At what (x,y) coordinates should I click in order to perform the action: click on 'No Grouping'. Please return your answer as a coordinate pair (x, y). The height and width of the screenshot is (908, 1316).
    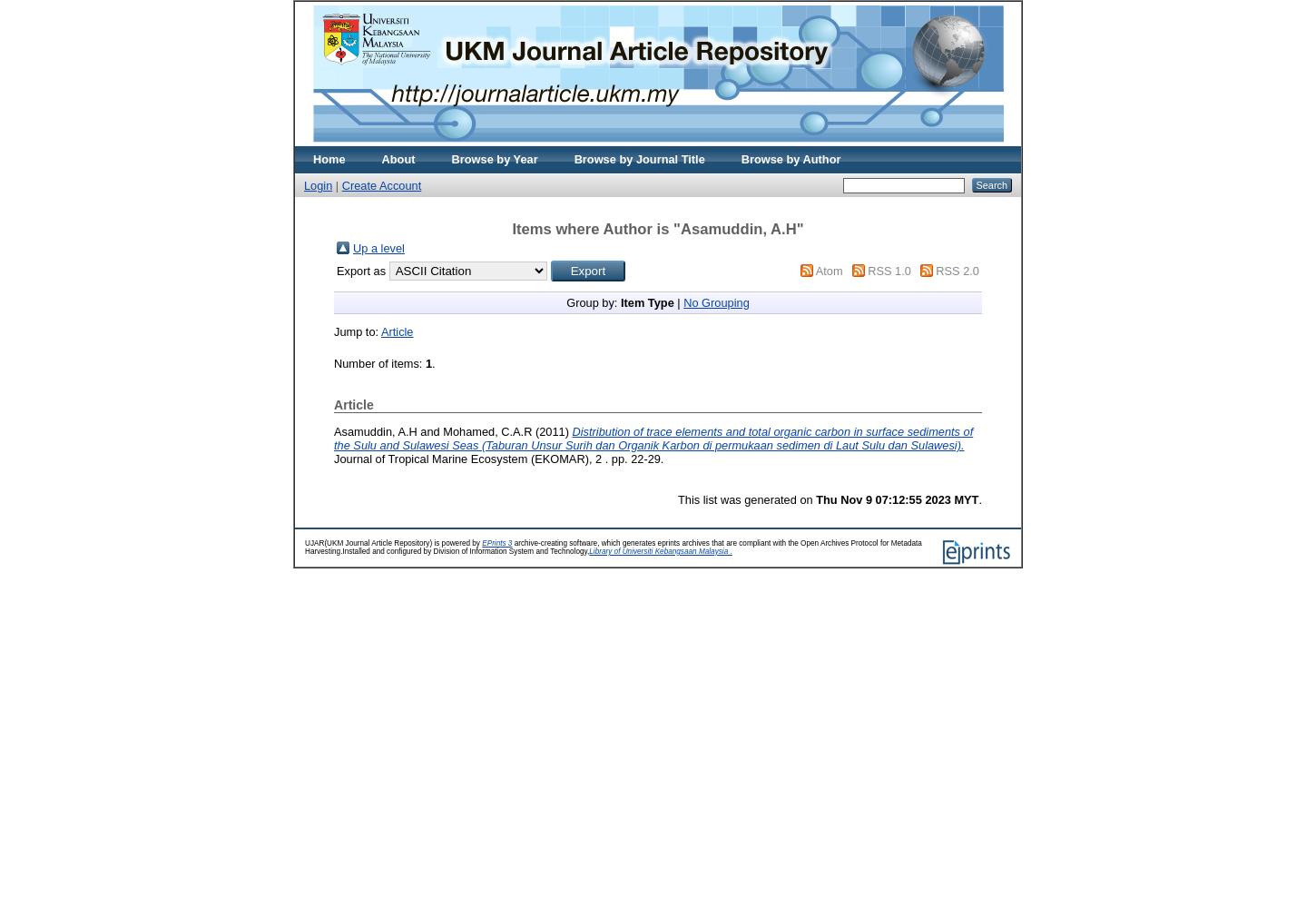
    Looking at the image, I should click on (715, 301).